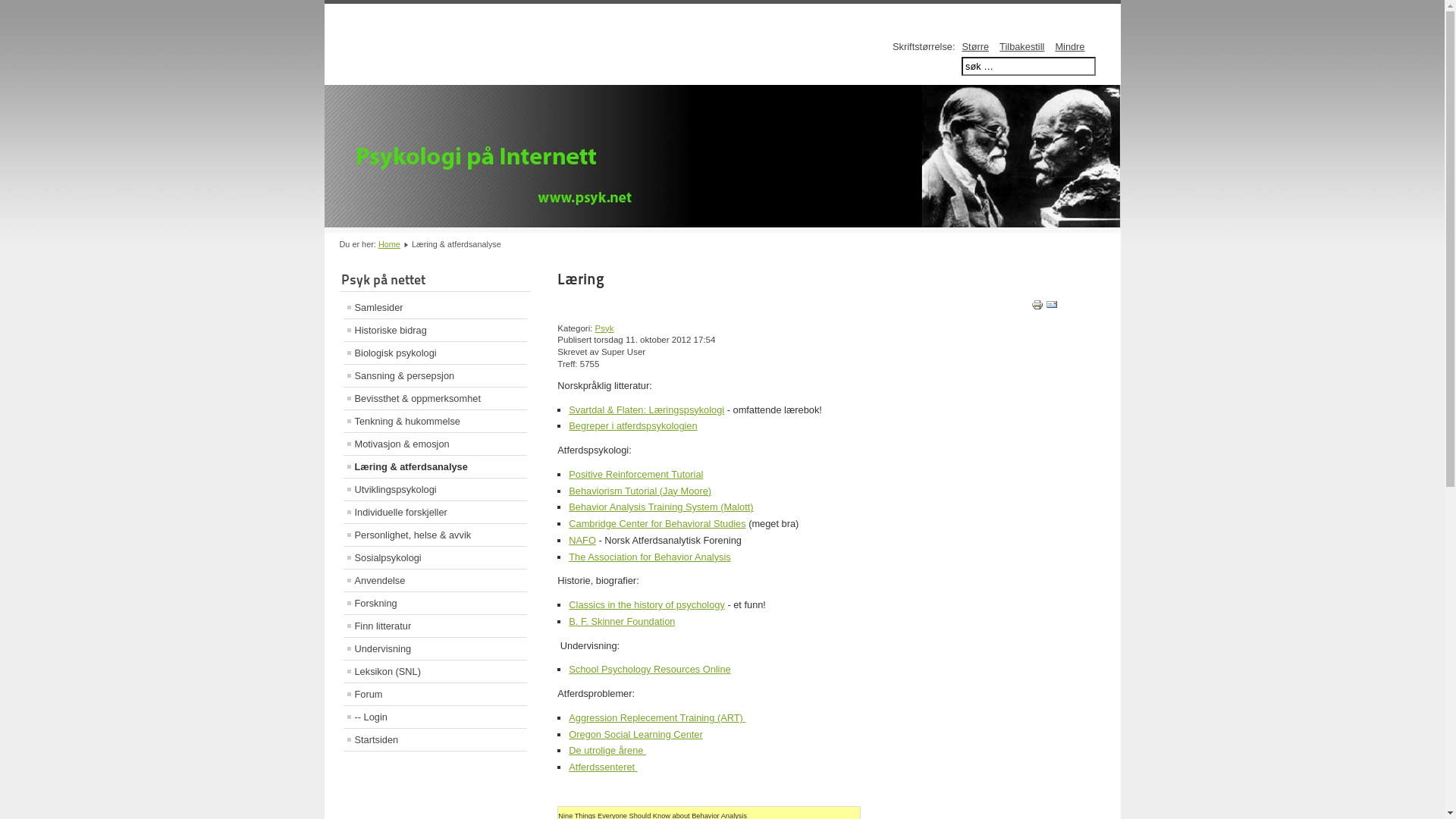 The height and width of the screenshot is (819, 1456). I want to click on 'B. F. Skinner Foundation', so click(622, 621).